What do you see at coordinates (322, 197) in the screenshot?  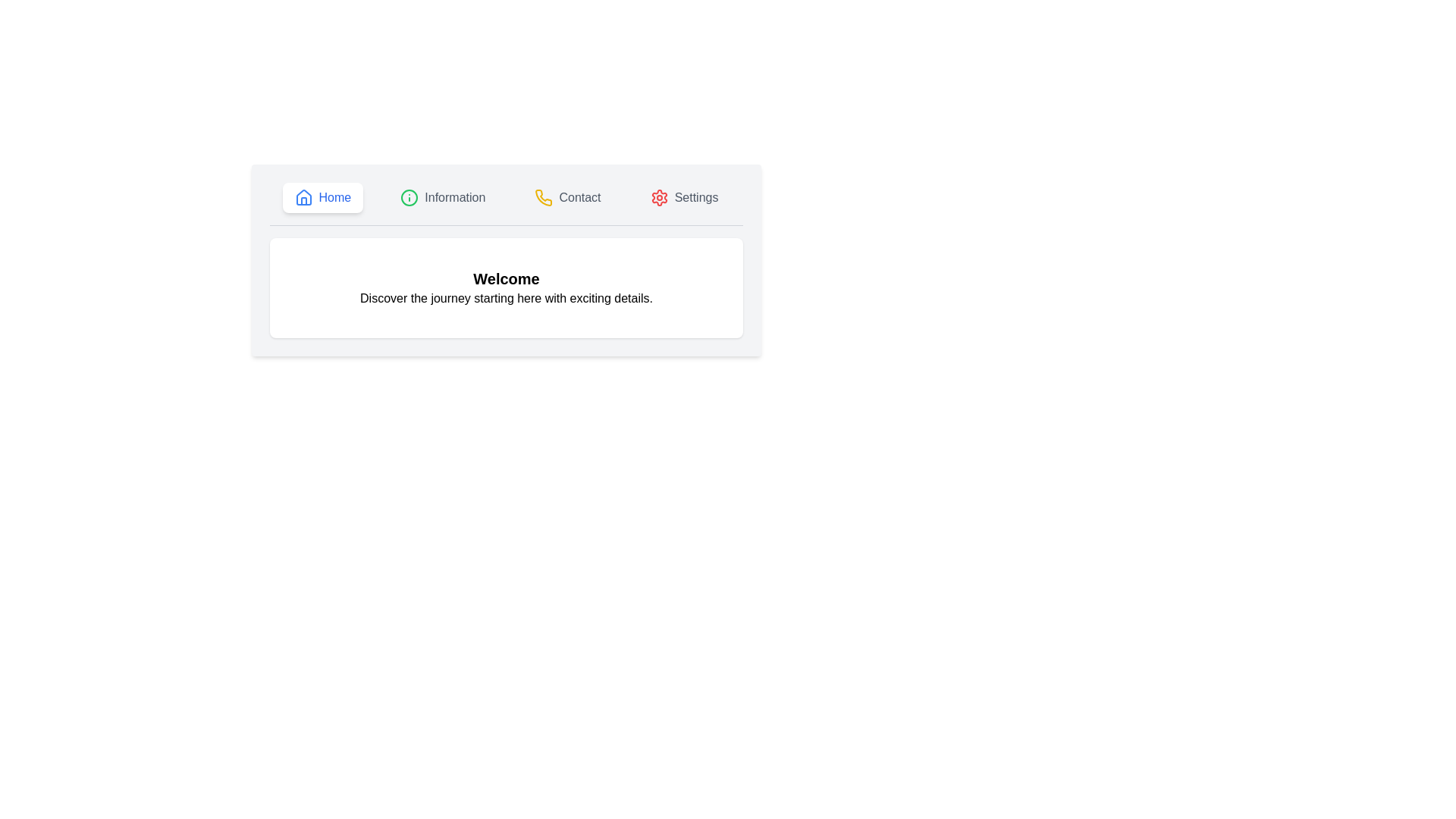 I see `the 'Home' button, which features a blue house icon and the text 'Home'` at bounding box center [322, 197].